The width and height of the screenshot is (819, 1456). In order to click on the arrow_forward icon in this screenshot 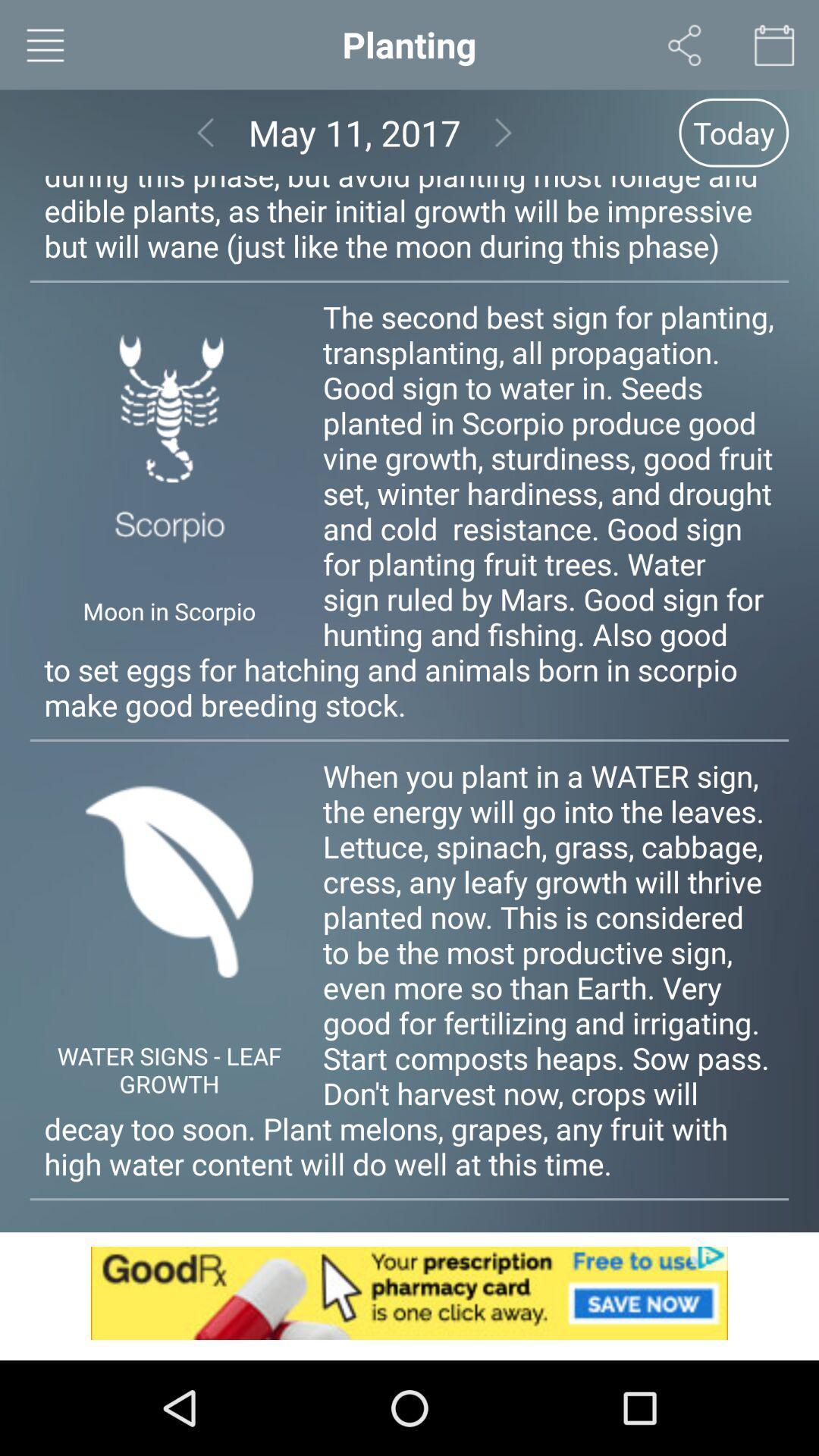, I will do `click(504, 142)`.